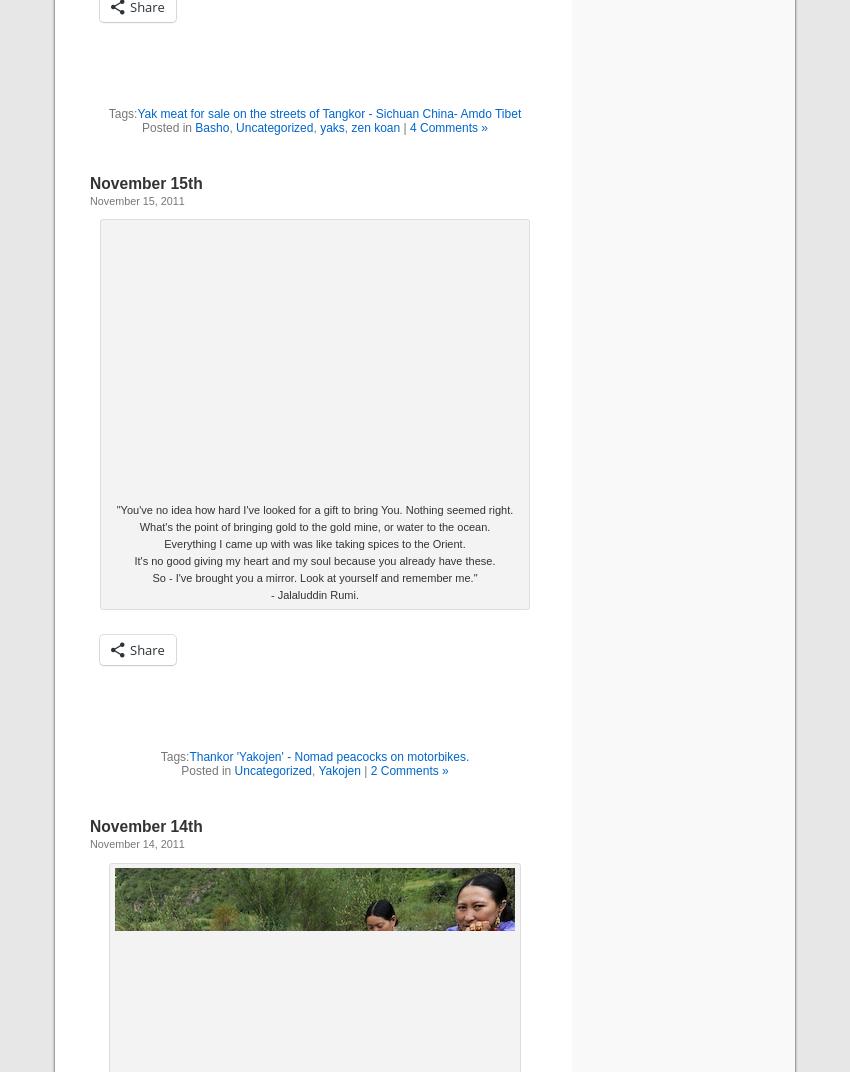 The height and width of the screenshot is (1072, 850). Describe the element at coordinates (329, 757) in the screenshot. I see `'Thankor 'Yakojen' - Nomad peacocks on motorbikes.'` at that location.